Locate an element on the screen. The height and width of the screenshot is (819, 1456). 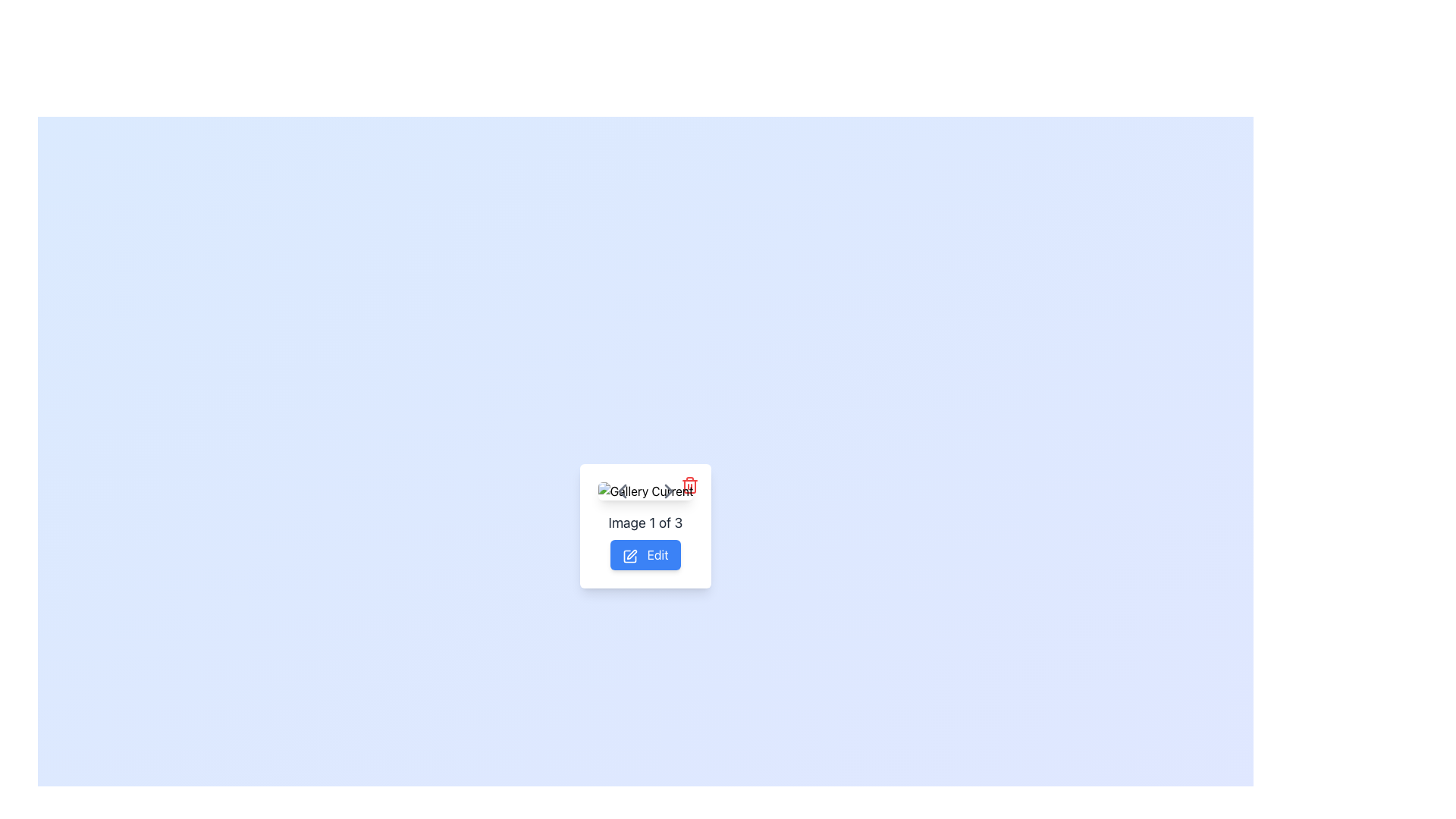
the edit button located below the text 'Image 1 of 3' to observe its hover effect is located at coordinates (645, 555).